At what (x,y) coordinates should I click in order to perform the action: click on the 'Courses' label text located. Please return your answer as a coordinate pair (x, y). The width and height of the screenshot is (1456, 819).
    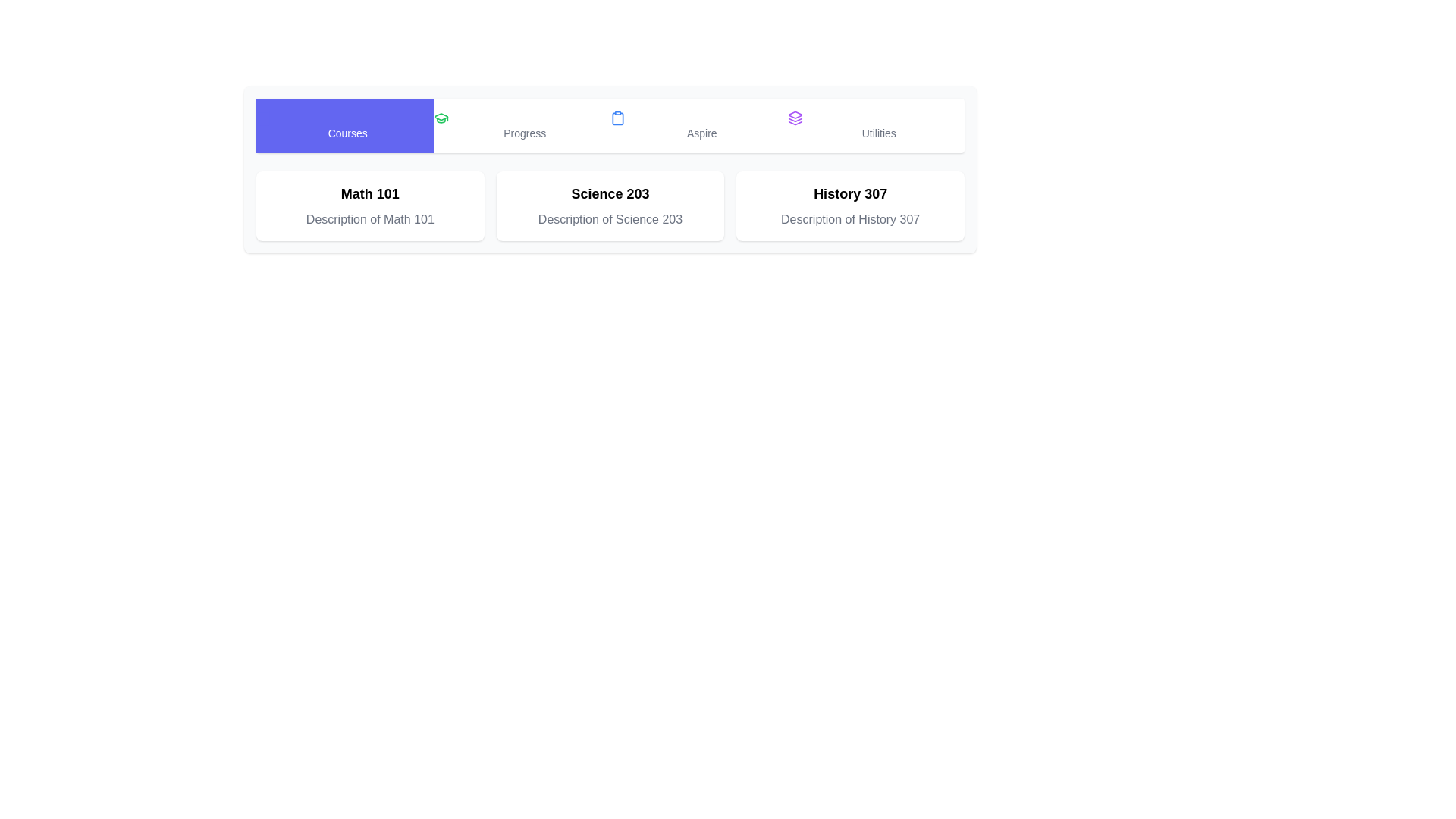
    Looking at the image, I should click on (347, 133).